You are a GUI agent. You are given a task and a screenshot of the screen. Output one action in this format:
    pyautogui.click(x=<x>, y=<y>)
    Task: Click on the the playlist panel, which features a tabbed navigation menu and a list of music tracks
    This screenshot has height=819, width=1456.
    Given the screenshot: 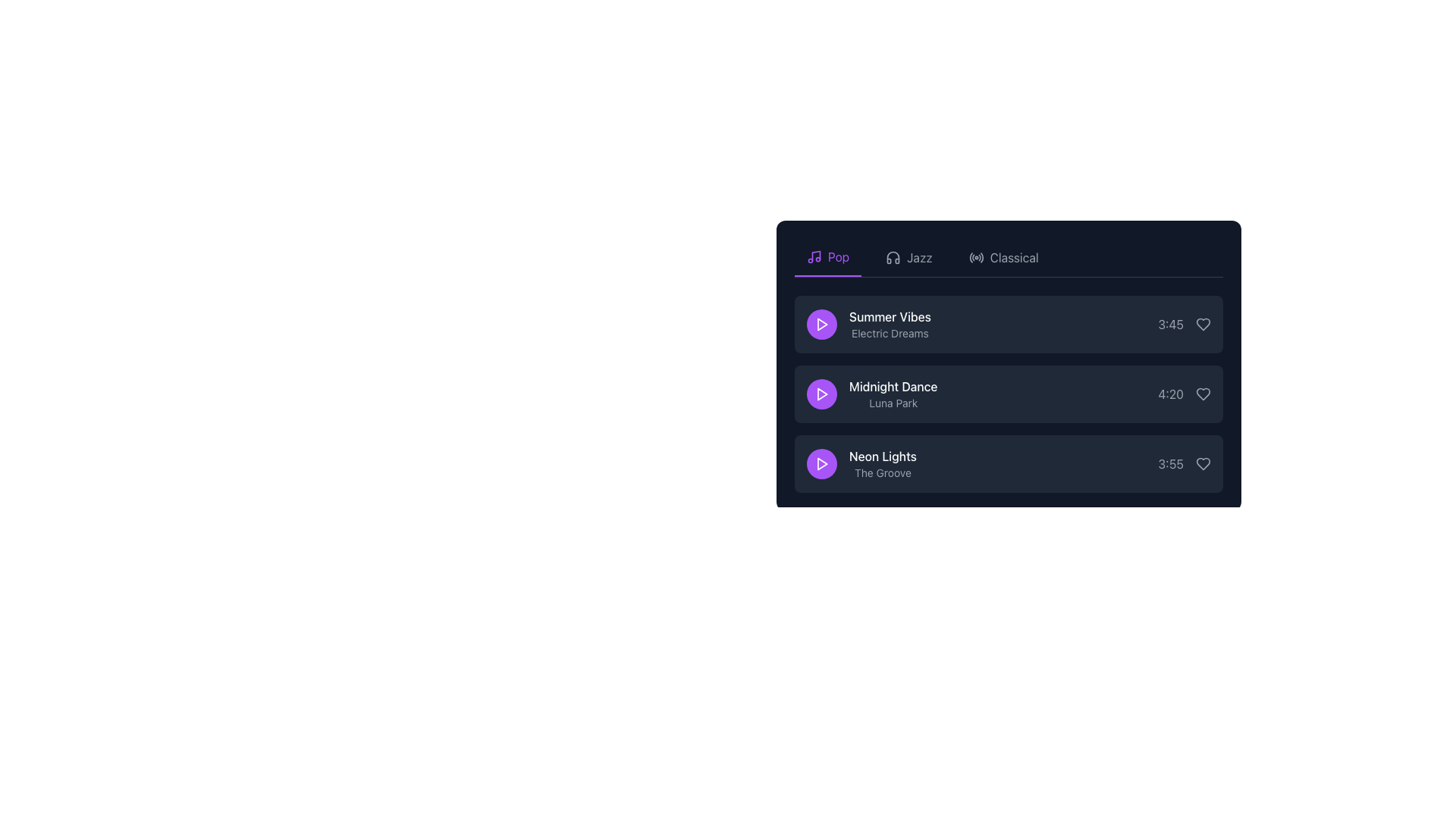 What is the action you would take?
    pyautogui.click(x=1009, y=354)
    